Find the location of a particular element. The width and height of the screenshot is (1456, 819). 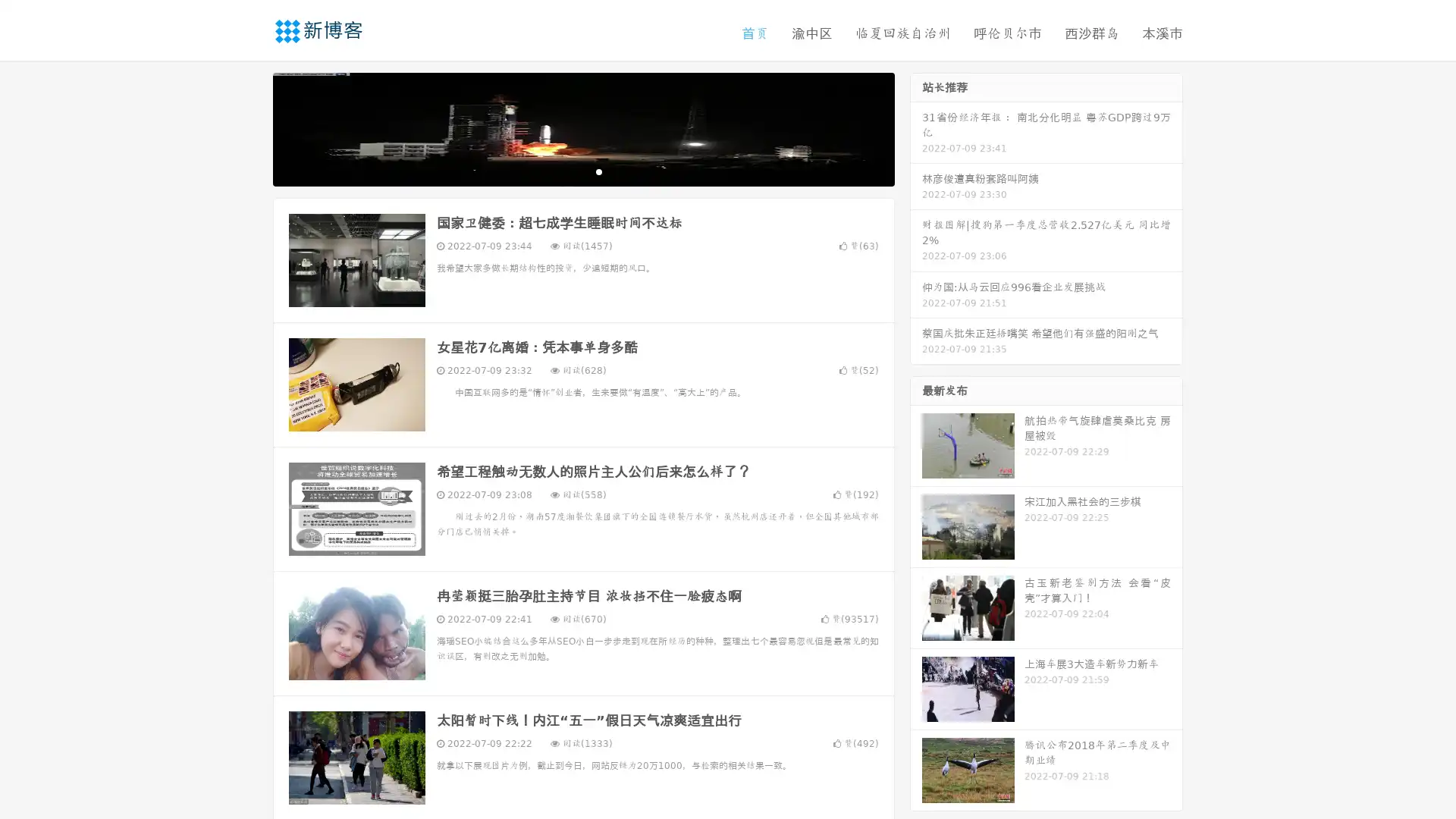

Previous slide is located at coordinates (250, 127).